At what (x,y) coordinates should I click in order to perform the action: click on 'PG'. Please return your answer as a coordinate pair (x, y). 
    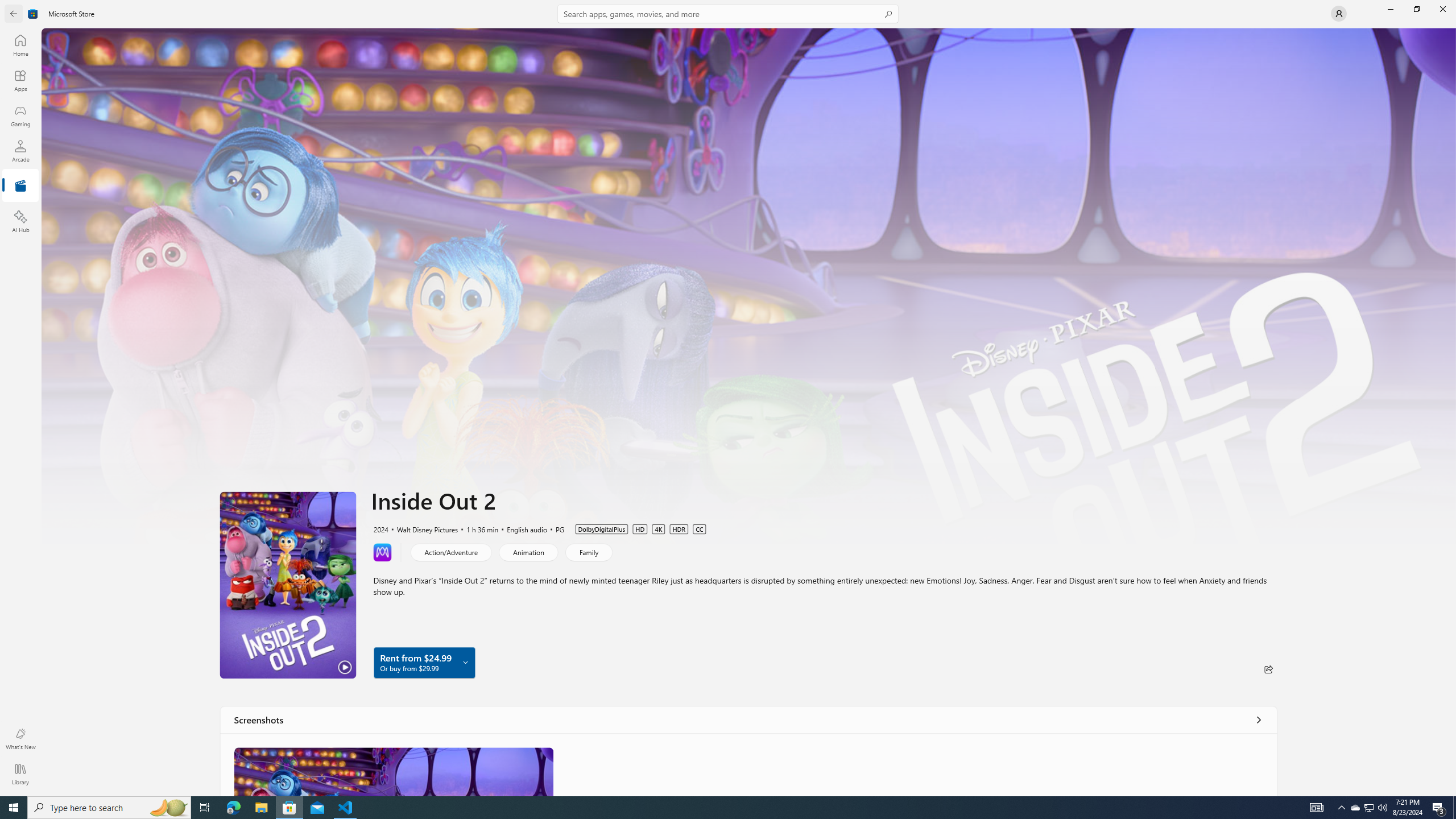
    Looking at the image, I should click on (554, 528).